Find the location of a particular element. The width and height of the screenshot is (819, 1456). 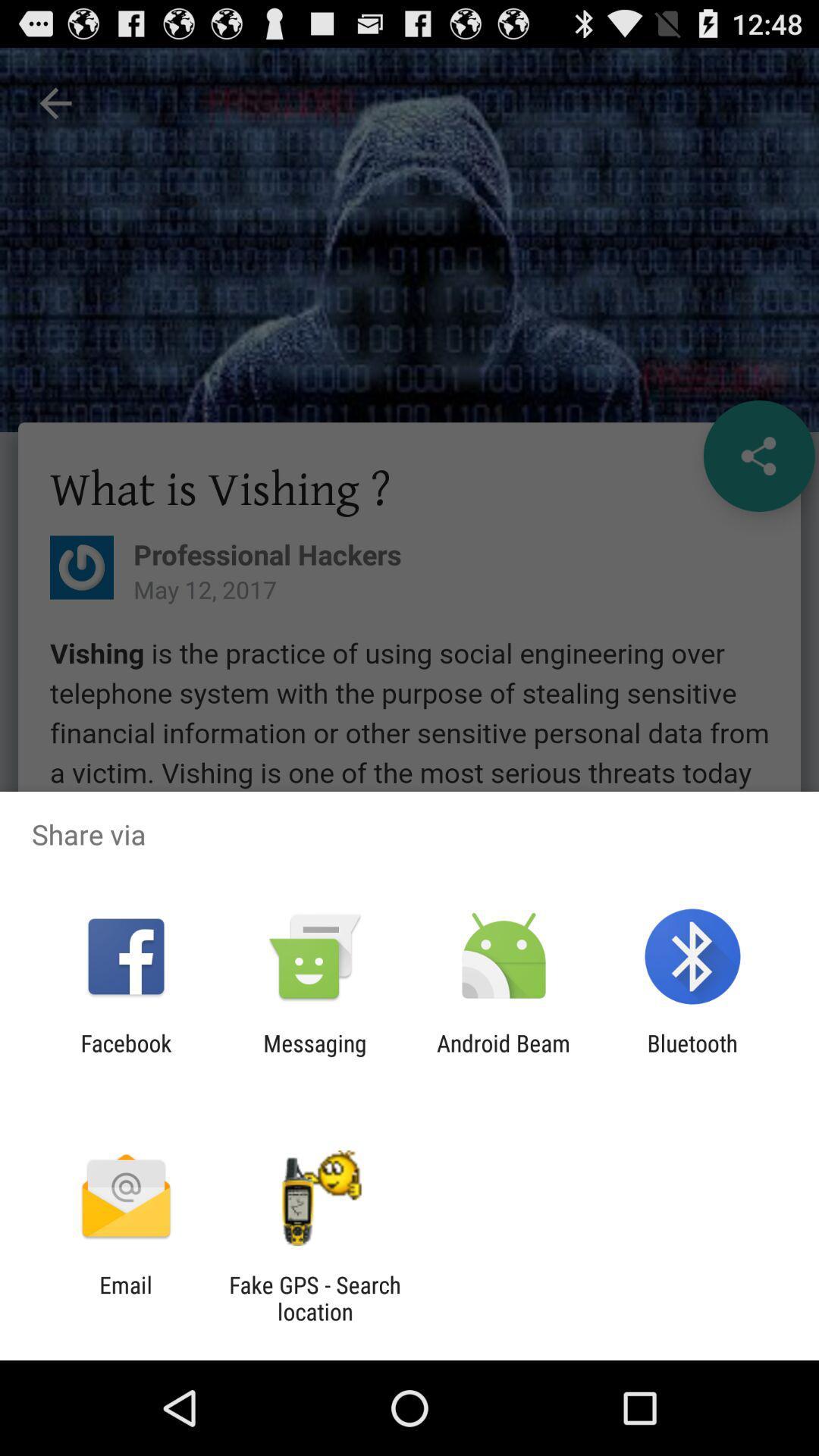

the item next to android beam icon is located at coordinates (692, 1056).